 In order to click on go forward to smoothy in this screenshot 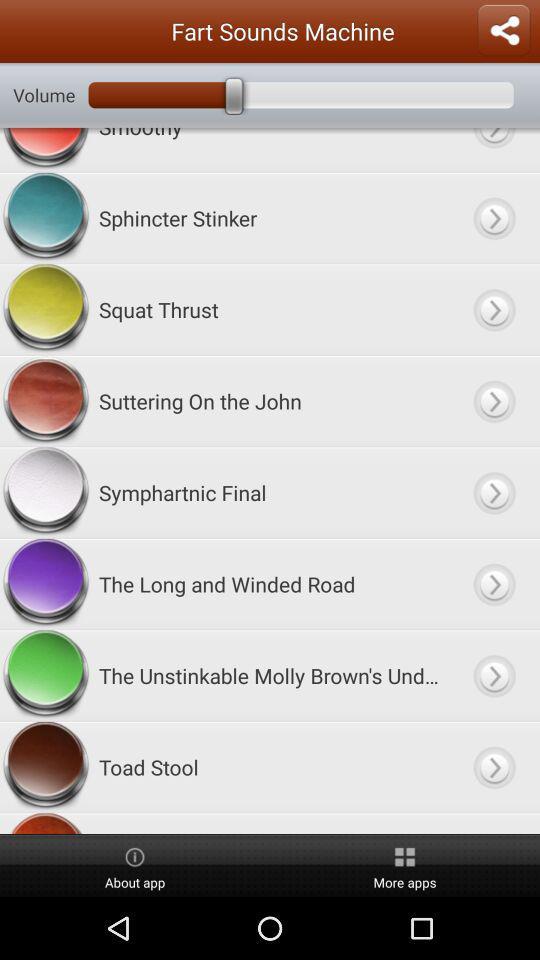, I will do `click(493, 149)`.